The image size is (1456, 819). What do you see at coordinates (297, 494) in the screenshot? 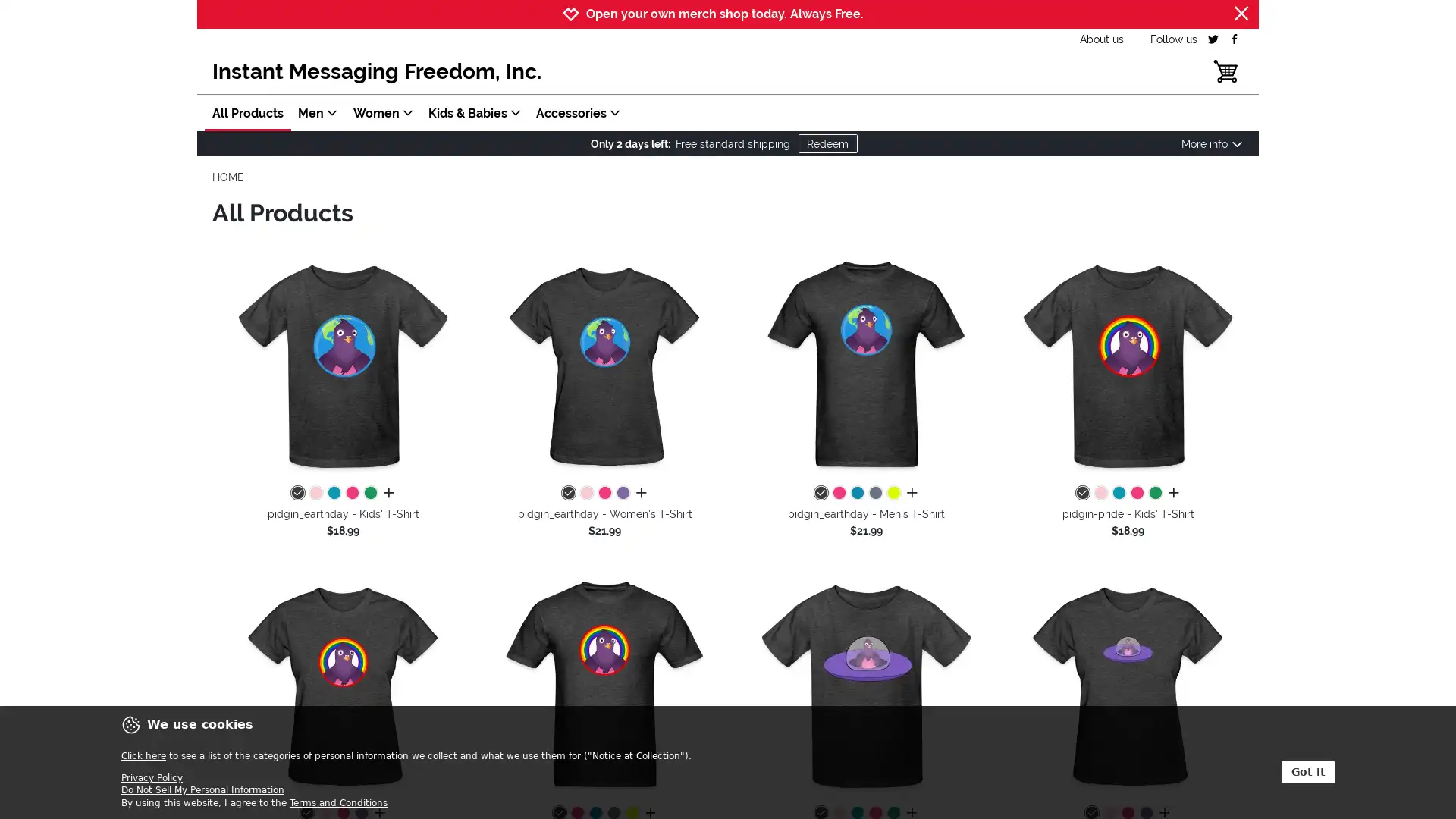
I see `heather black` at bounding box center [297, 494].